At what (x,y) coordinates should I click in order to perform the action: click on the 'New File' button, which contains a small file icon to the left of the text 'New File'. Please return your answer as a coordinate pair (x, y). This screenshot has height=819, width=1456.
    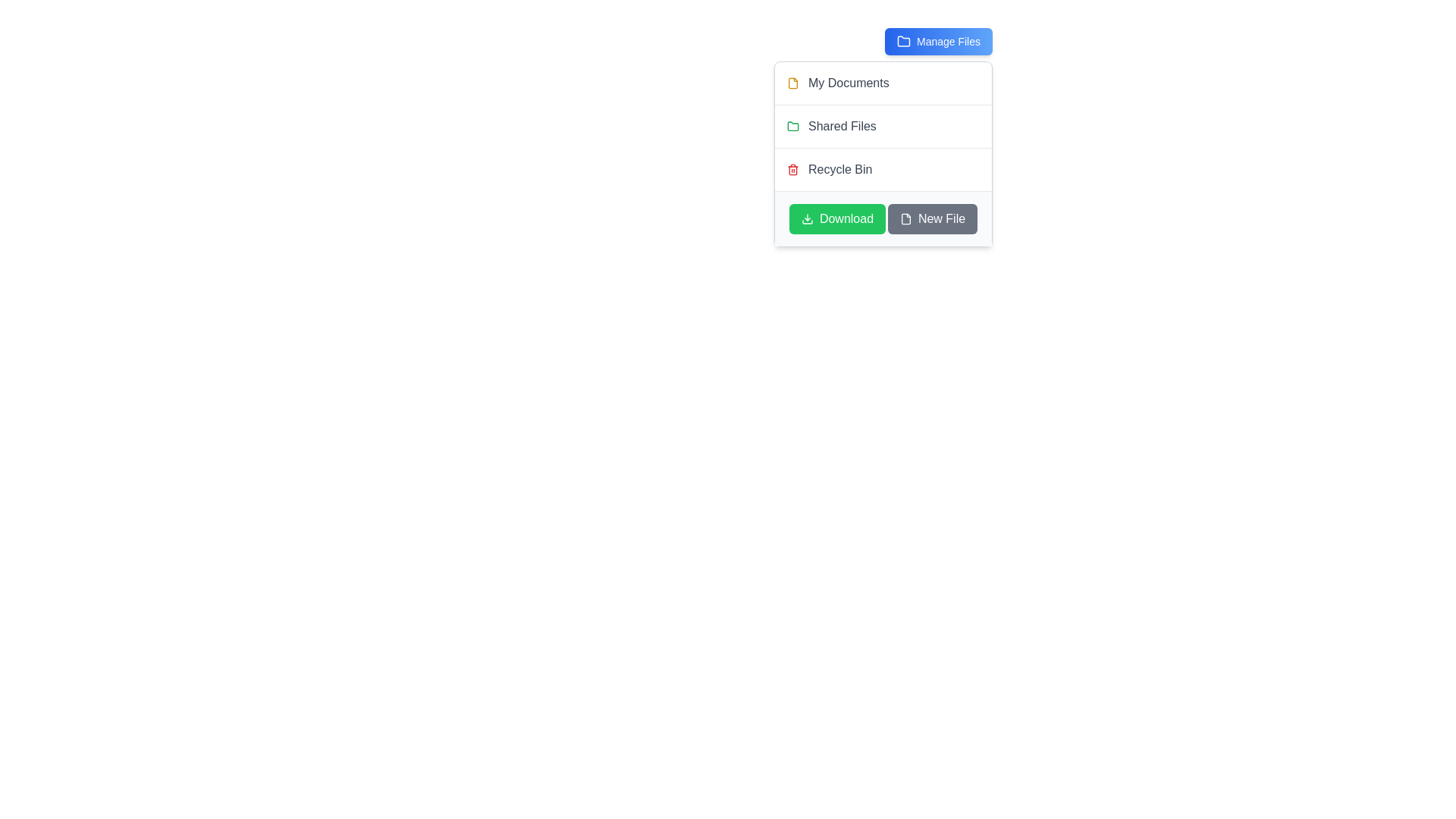
    Looking at the image, I should click on (905, 219).